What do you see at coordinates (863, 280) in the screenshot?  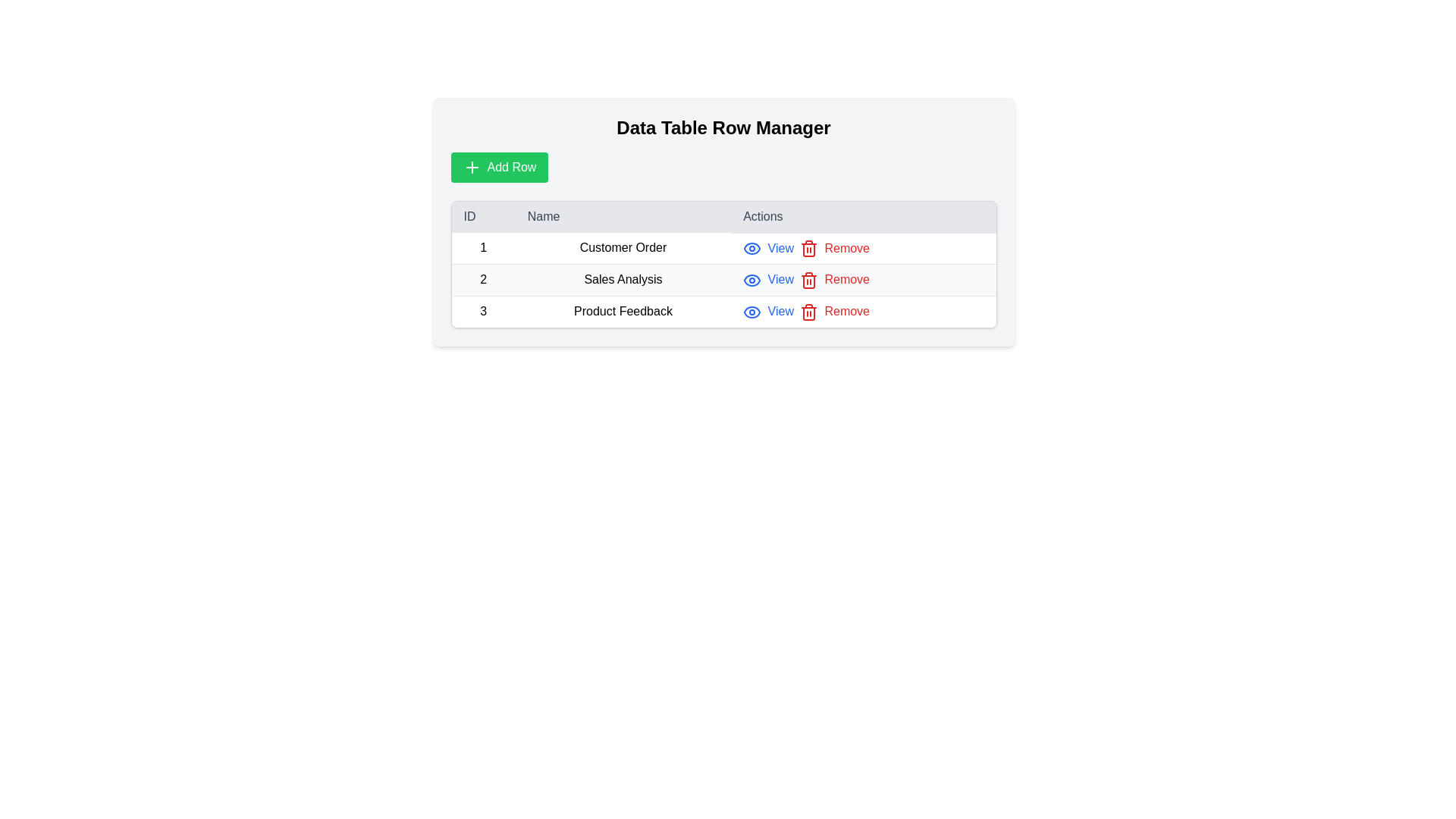 I see `the 'Remove' link in the Actions column of the table row labeled '2 Sales Analysis'` at bounding box center [863, 280].